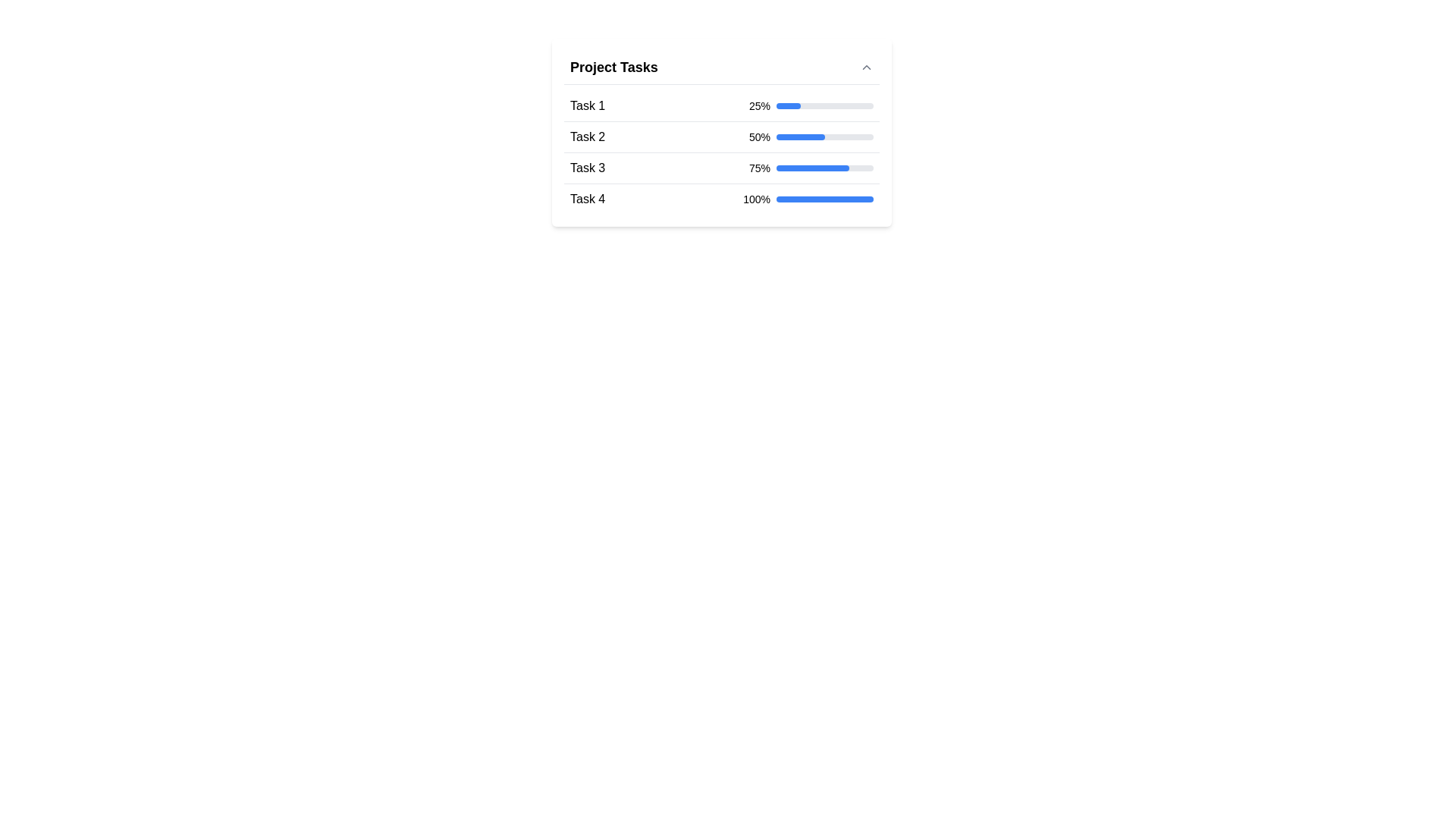 This screenshot has height=819, width=1456. What do you see at coordinates (720, 131) in the screenshot?
I see `the second task labeled 'Task 2' with a completion of 50% in the 'Project Tasks' section, which is displayed within a white card component` at bounding box center [720, 131].